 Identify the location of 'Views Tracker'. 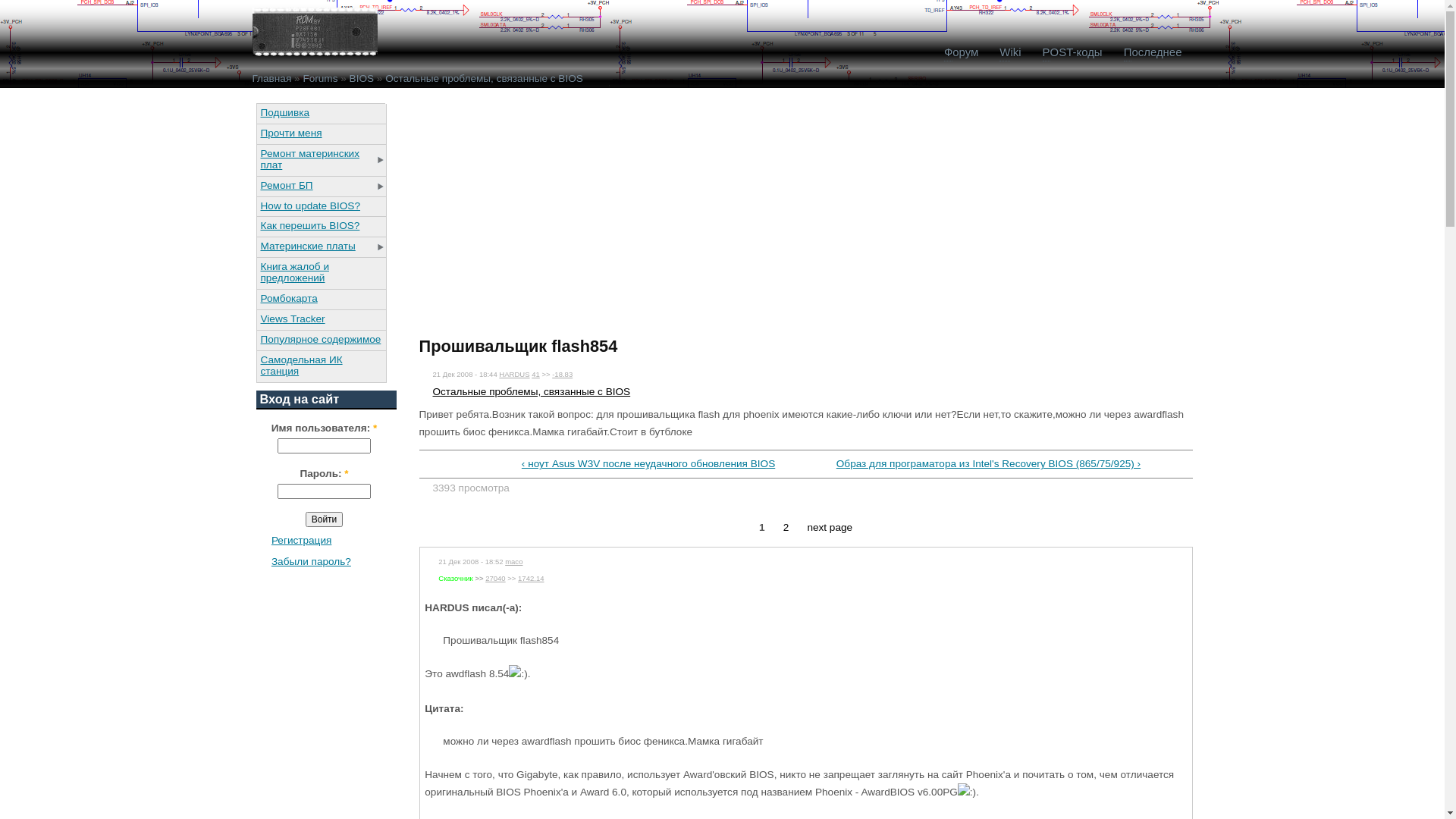
(319, 318).